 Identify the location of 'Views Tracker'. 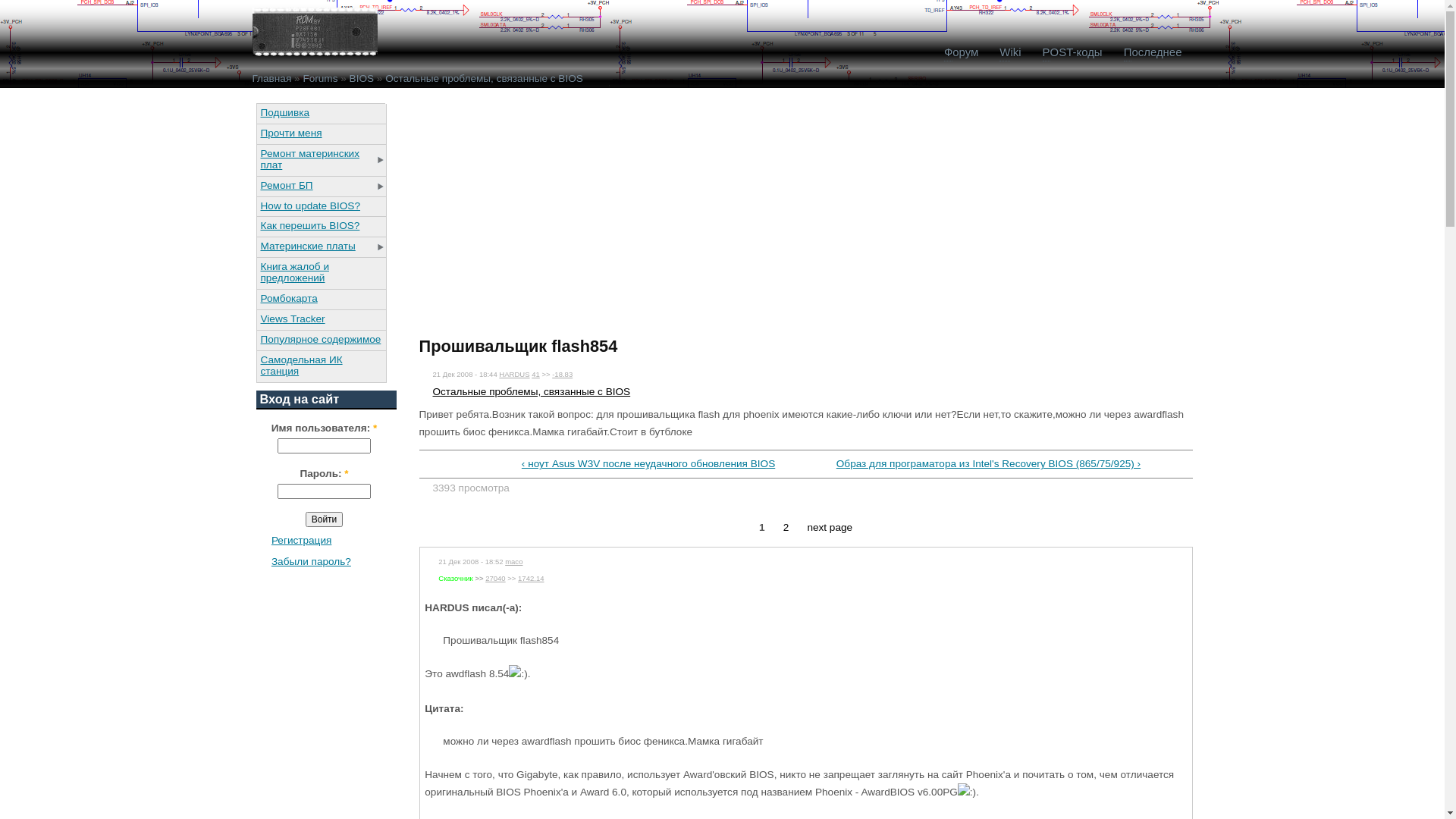
(319, 318).